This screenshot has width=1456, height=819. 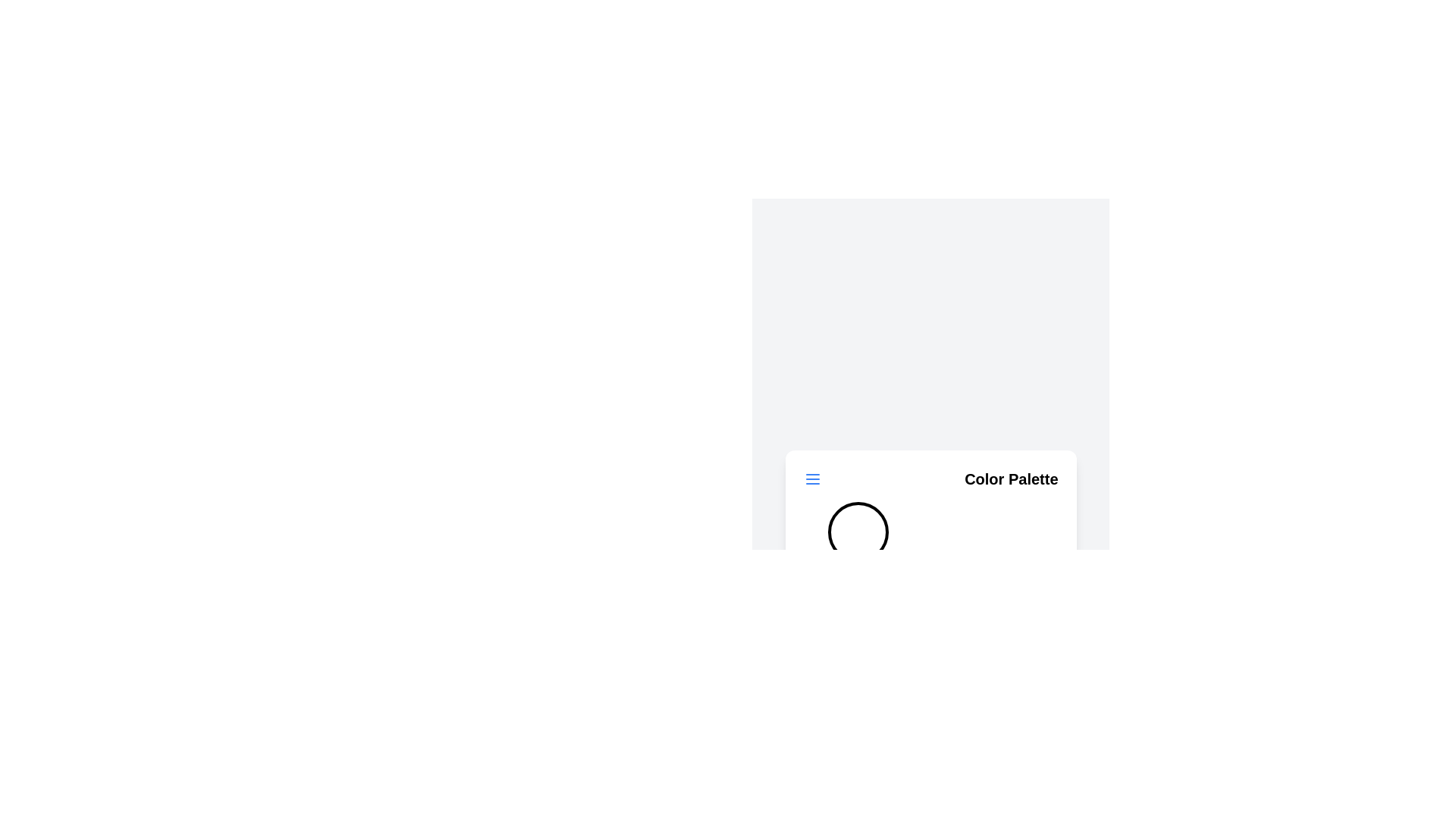 I want to click on the menu icon in the header, so click(x=811, y=479).